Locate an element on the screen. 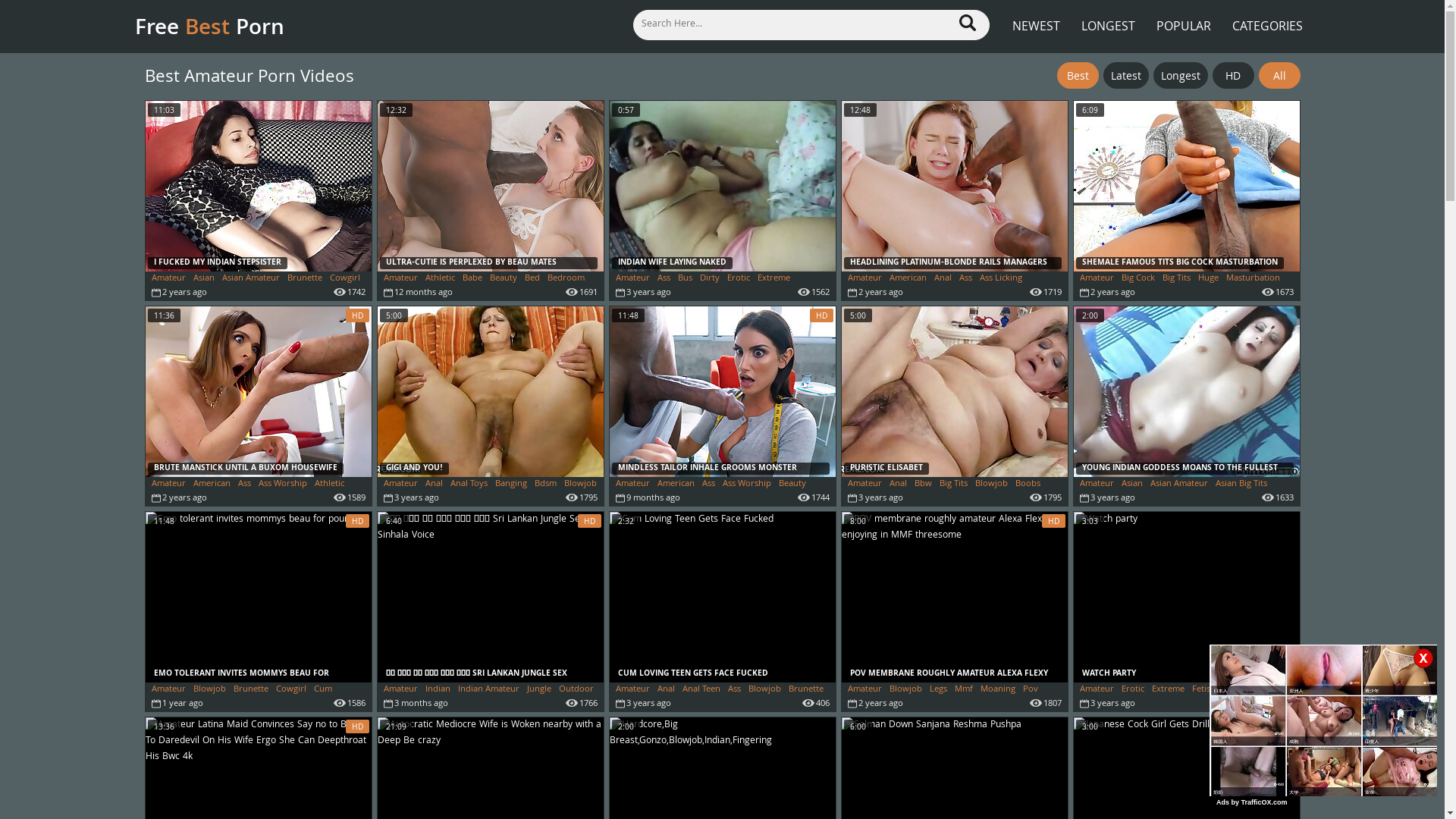 The width and height of the screenshot is (1456, 819). 'Jungle' is located at coordinates (538, 689).